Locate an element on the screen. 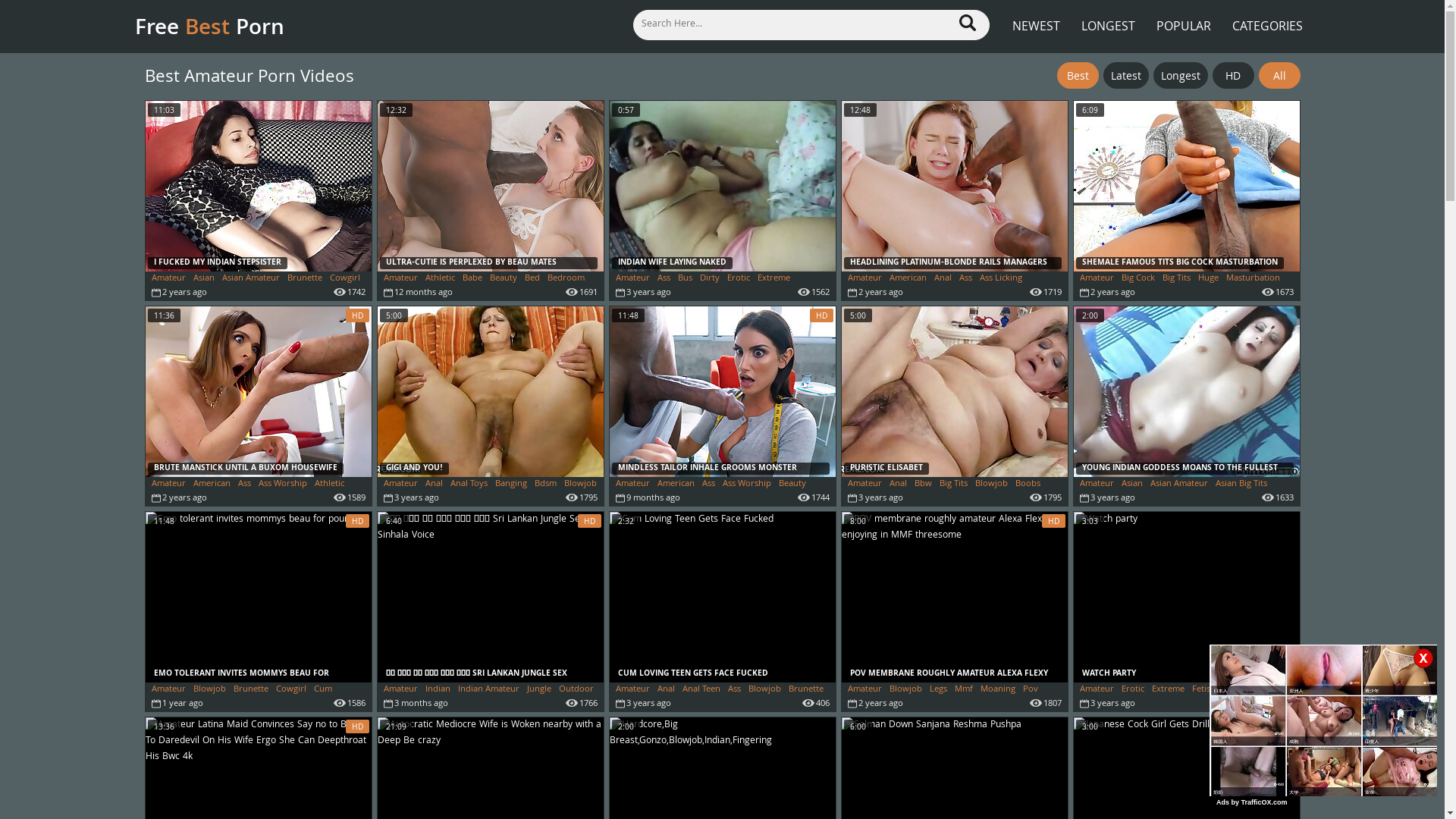 The width and height of the screenshot is (1456, 819). 'Jungle' is located at coordinates (538, 689).